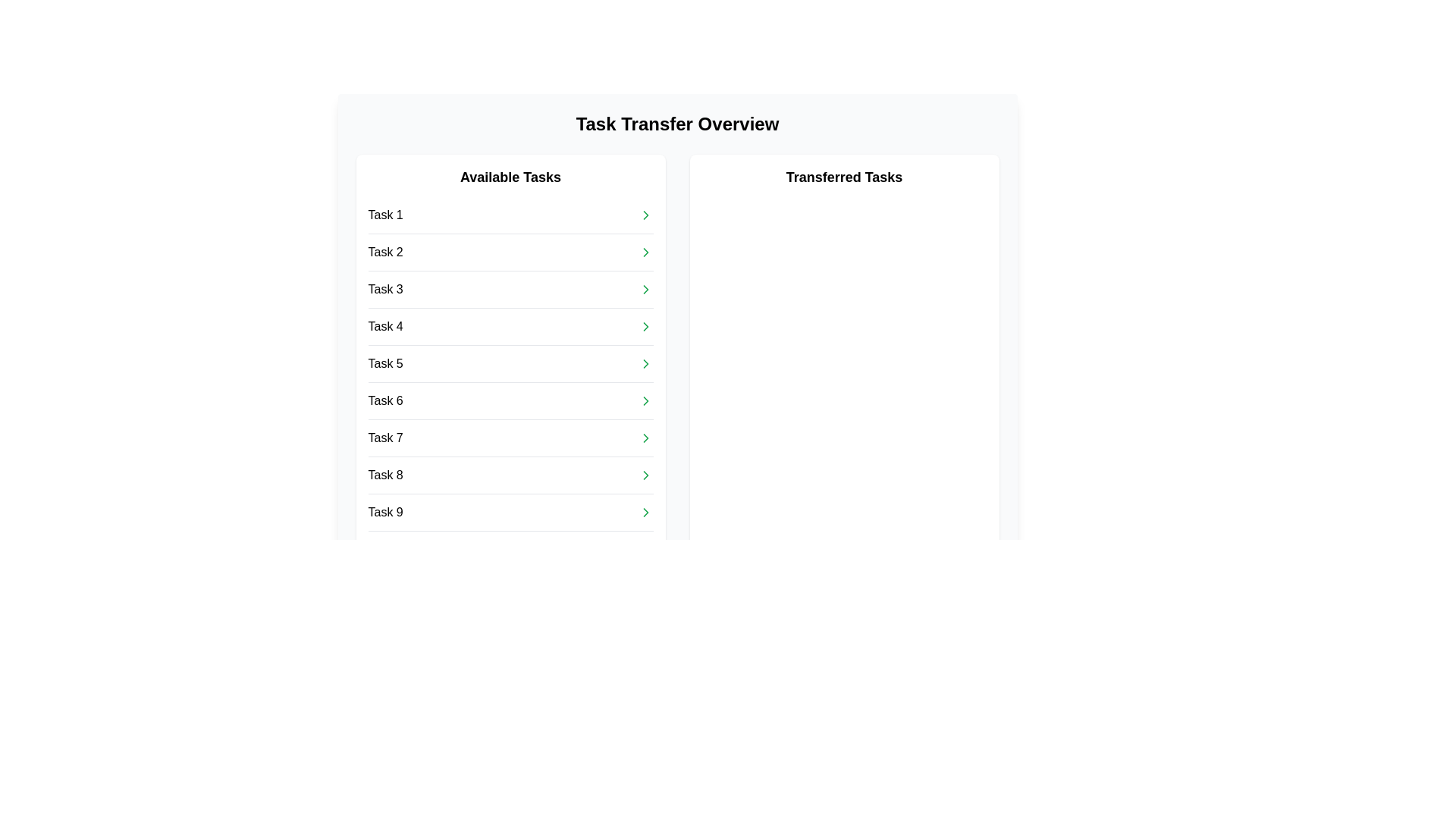  I want to click on the icon located next to the text label 'Task 6' in the 'Available Tasks' section, so click(645, 400).